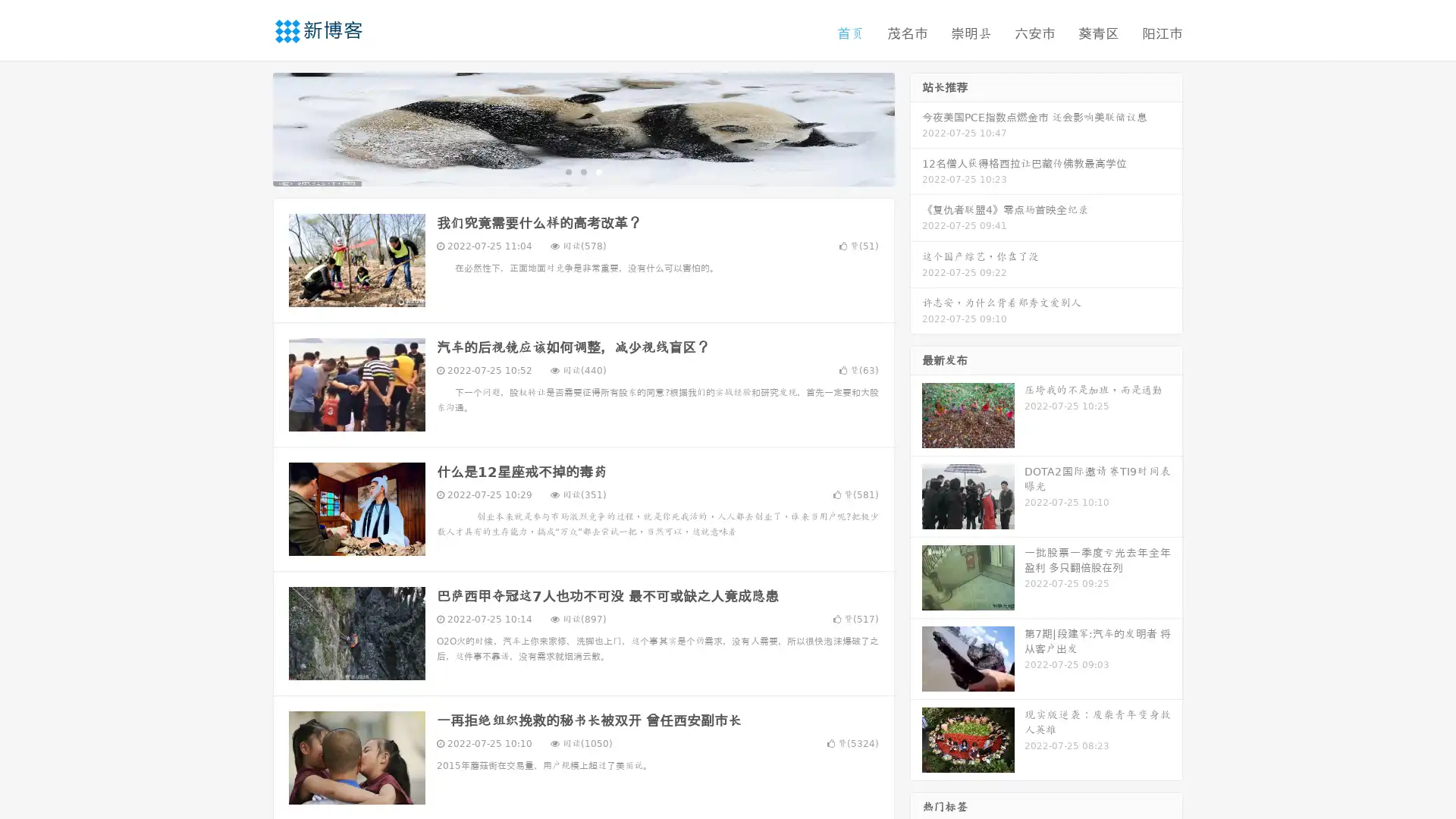 The width and height of the screenshot is (1456, 819). Describe the element at coordinates (250, 127) in the screenshot. I see `Previous slide` at that location.